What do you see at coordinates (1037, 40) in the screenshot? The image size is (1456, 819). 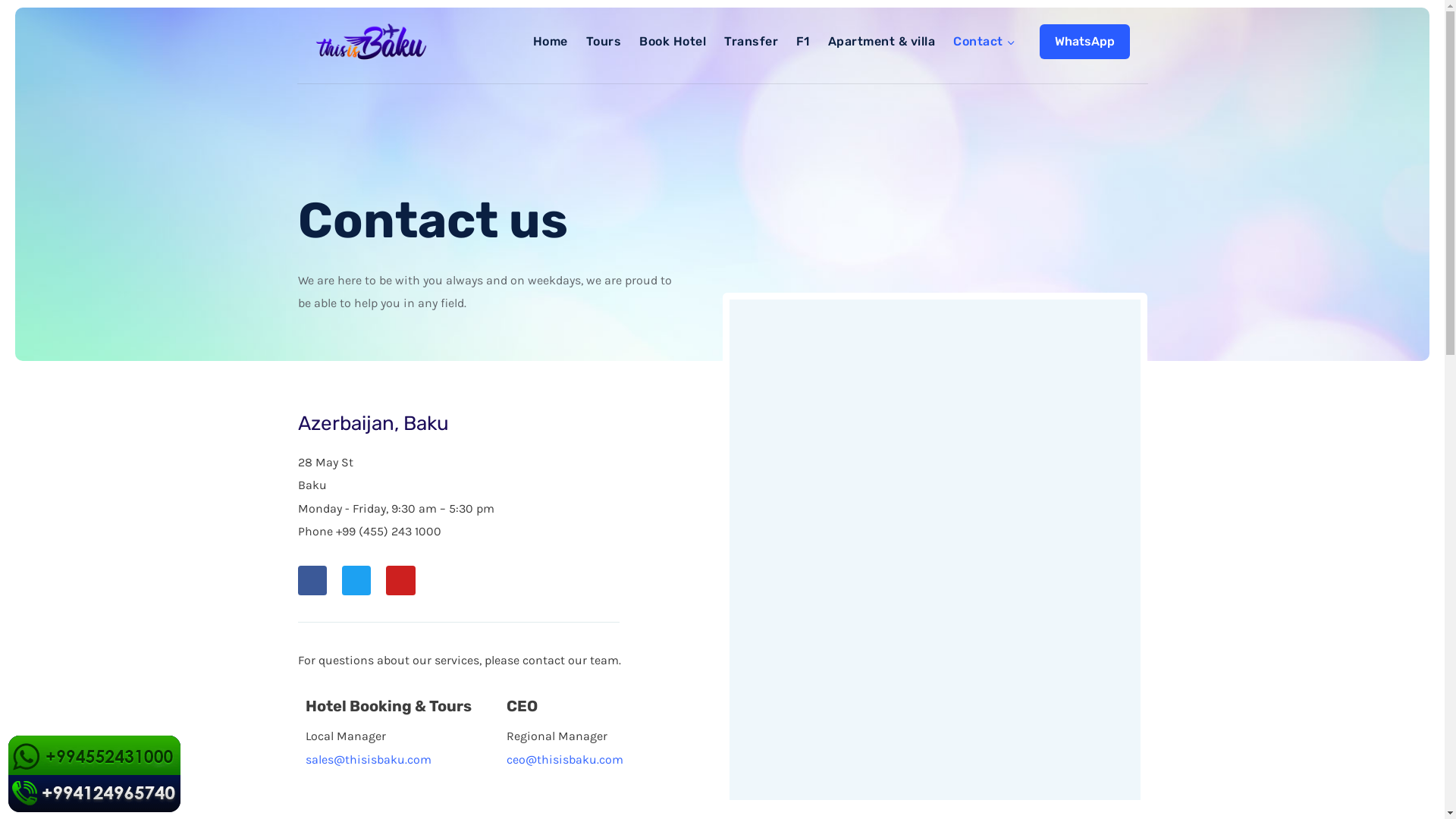 I see `'WhatsApp'` at bounding box center [1037, 40].